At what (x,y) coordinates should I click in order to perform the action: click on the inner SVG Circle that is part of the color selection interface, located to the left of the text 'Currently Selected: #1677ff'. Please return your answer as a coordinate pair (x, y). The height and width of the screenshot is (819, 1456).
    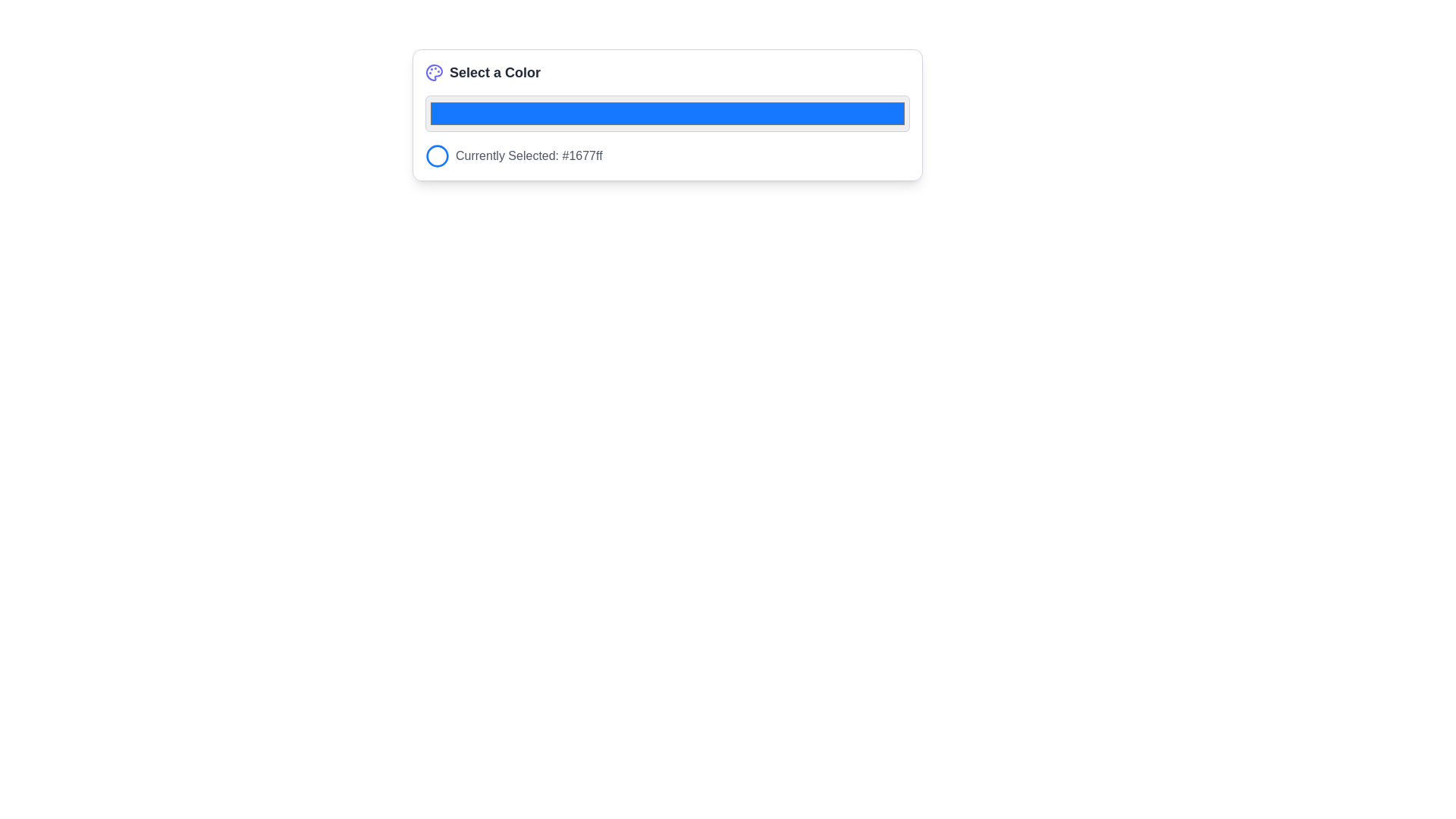
    Looking at the image, I should click on (436, 155).